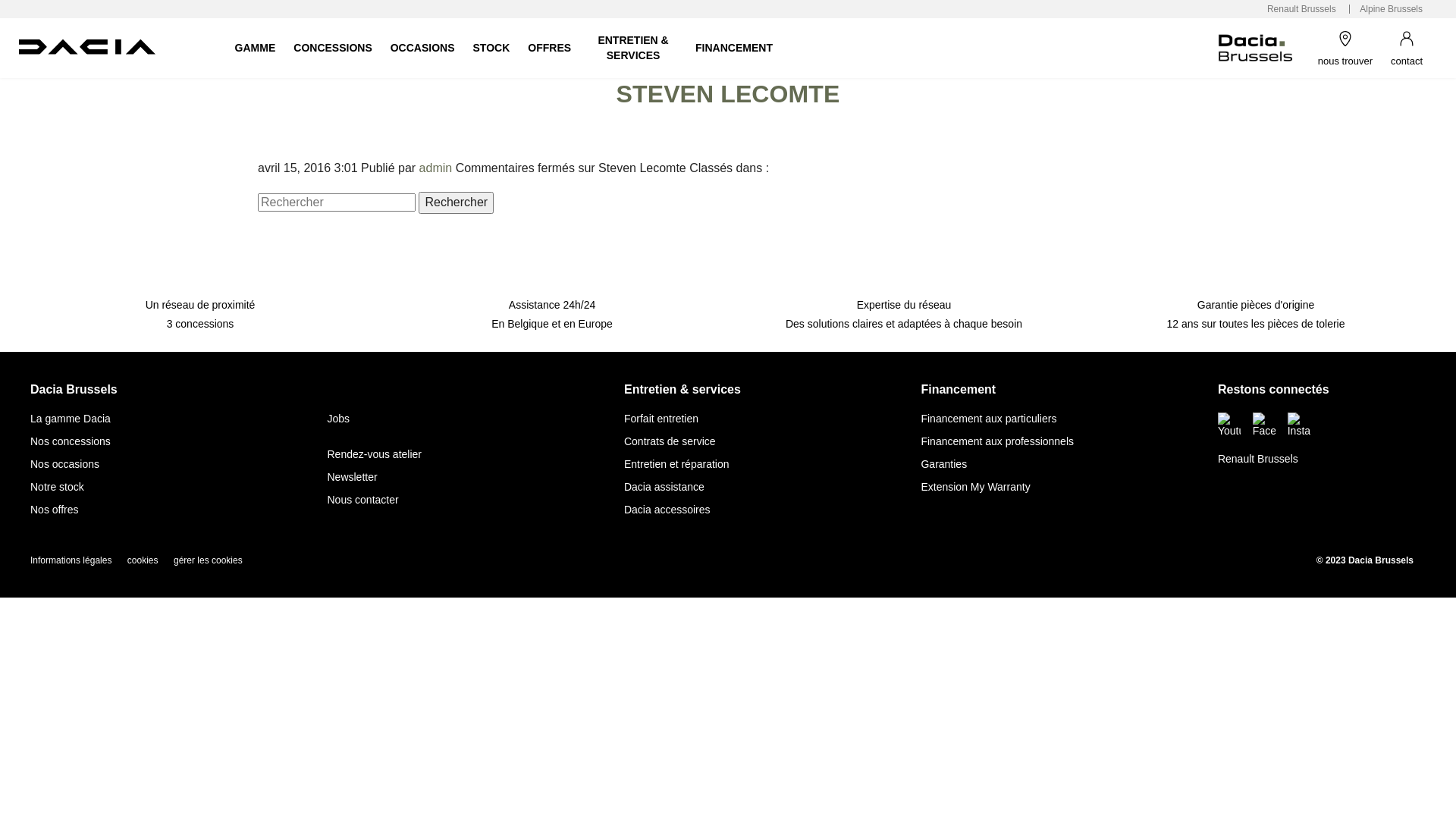 The width and height of the screenshot is (1456, 819). I want to click on 'Rendez-vous atelier', so click(374, 453).